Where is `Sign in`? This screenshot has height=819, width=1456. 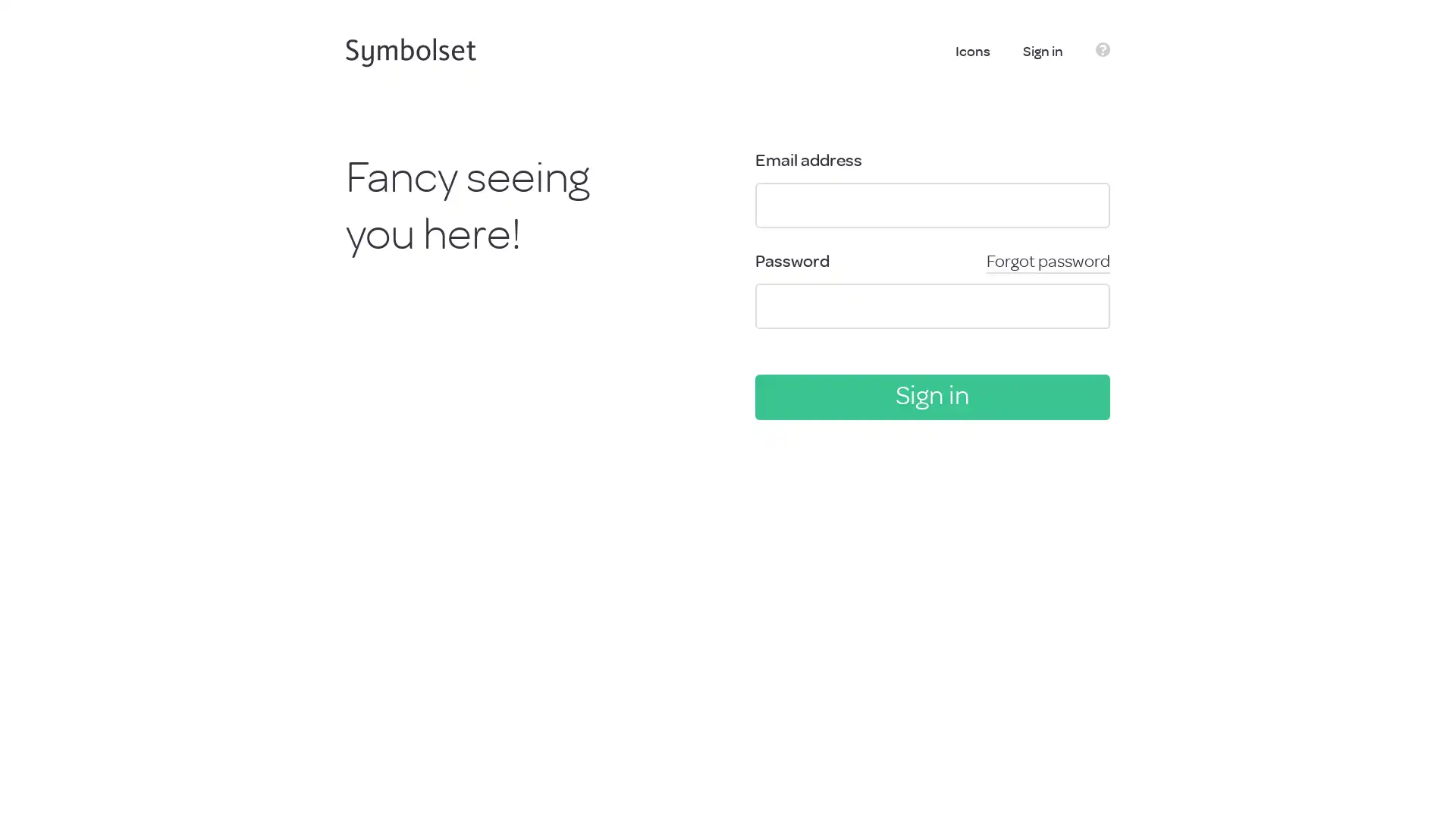
Sign in is located at coordinates (931, 396).